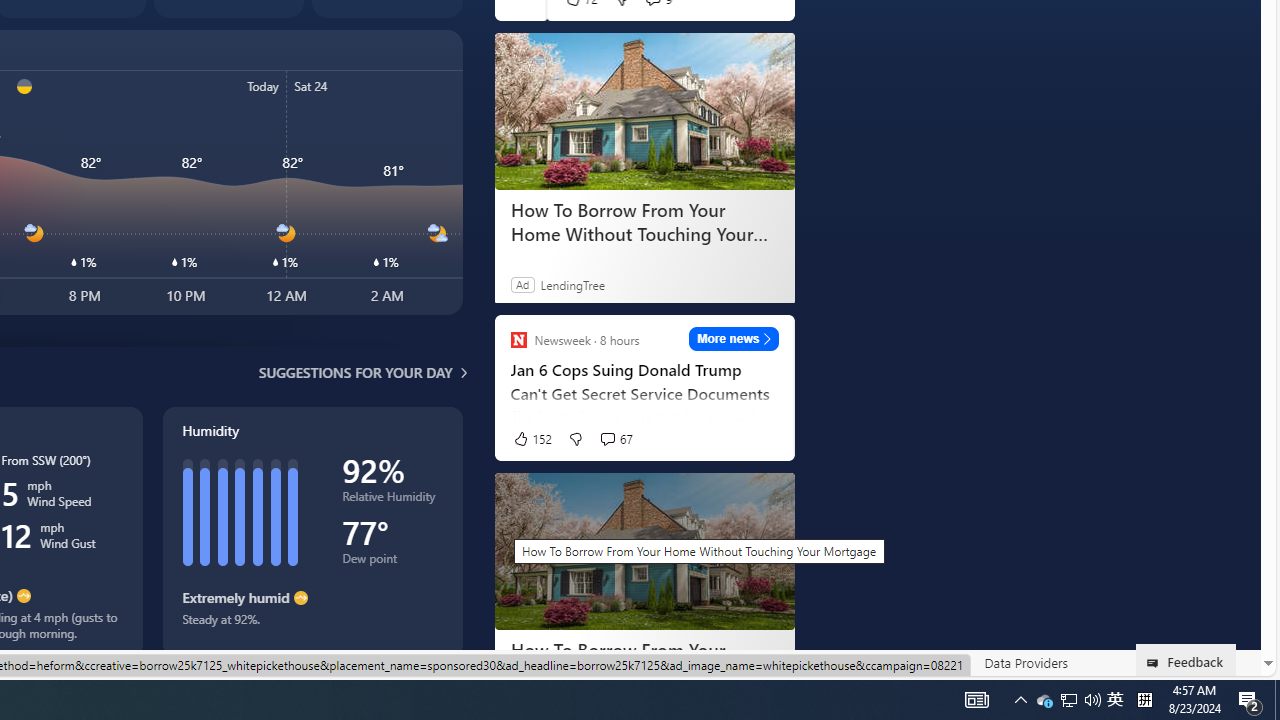 The image size is (1280, 720). Describe the element at coordinates (311, 626) in the screenshot. I see `'Steady at 92%.'` at that location.